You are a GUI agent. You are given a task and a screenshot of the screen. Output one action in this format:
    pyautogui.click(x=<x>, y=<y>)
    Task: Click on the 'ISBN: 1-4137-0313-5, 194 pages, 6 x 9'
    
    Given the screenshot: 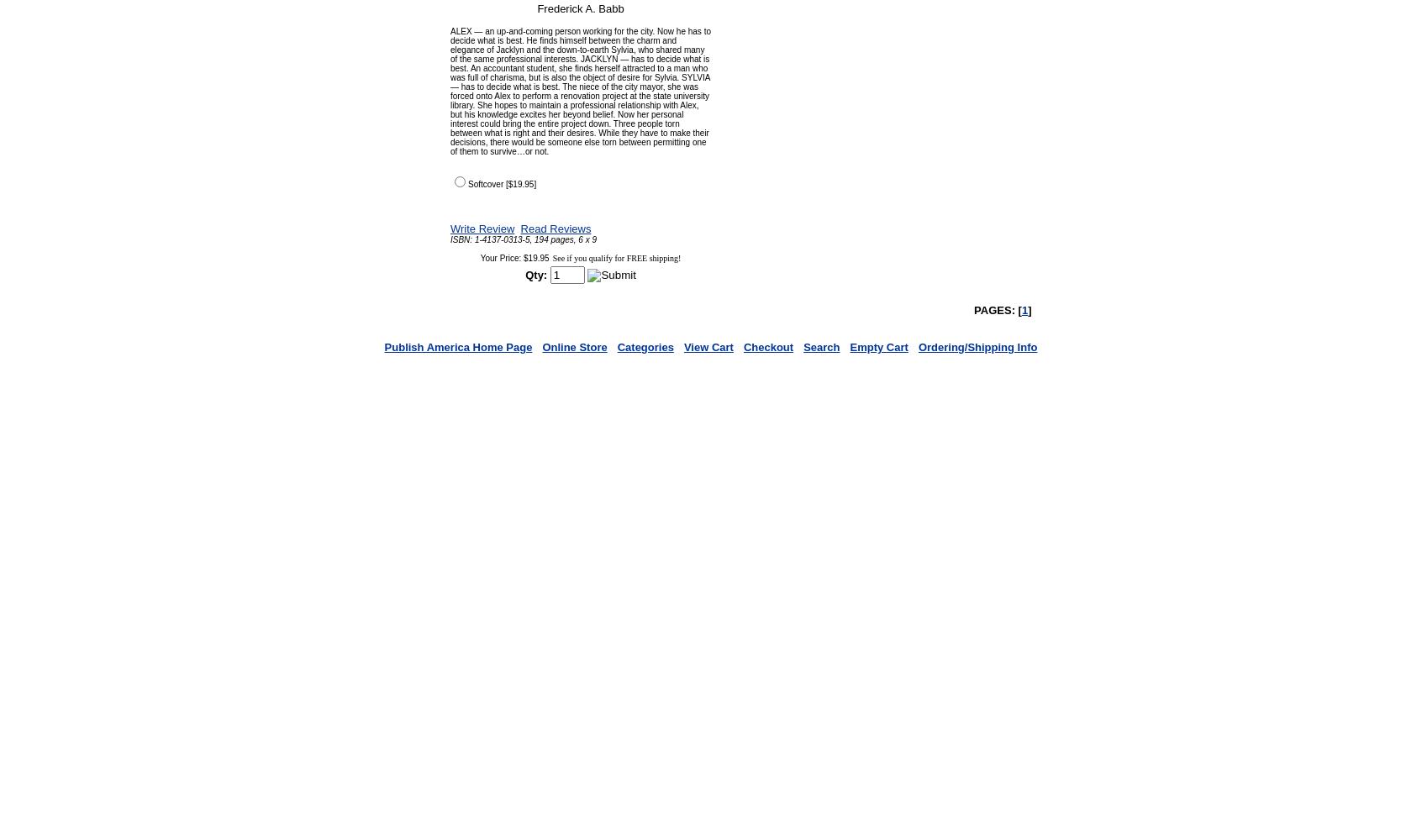 What is the action you would take?
    pyautogui.click(x=522, y=239)
    